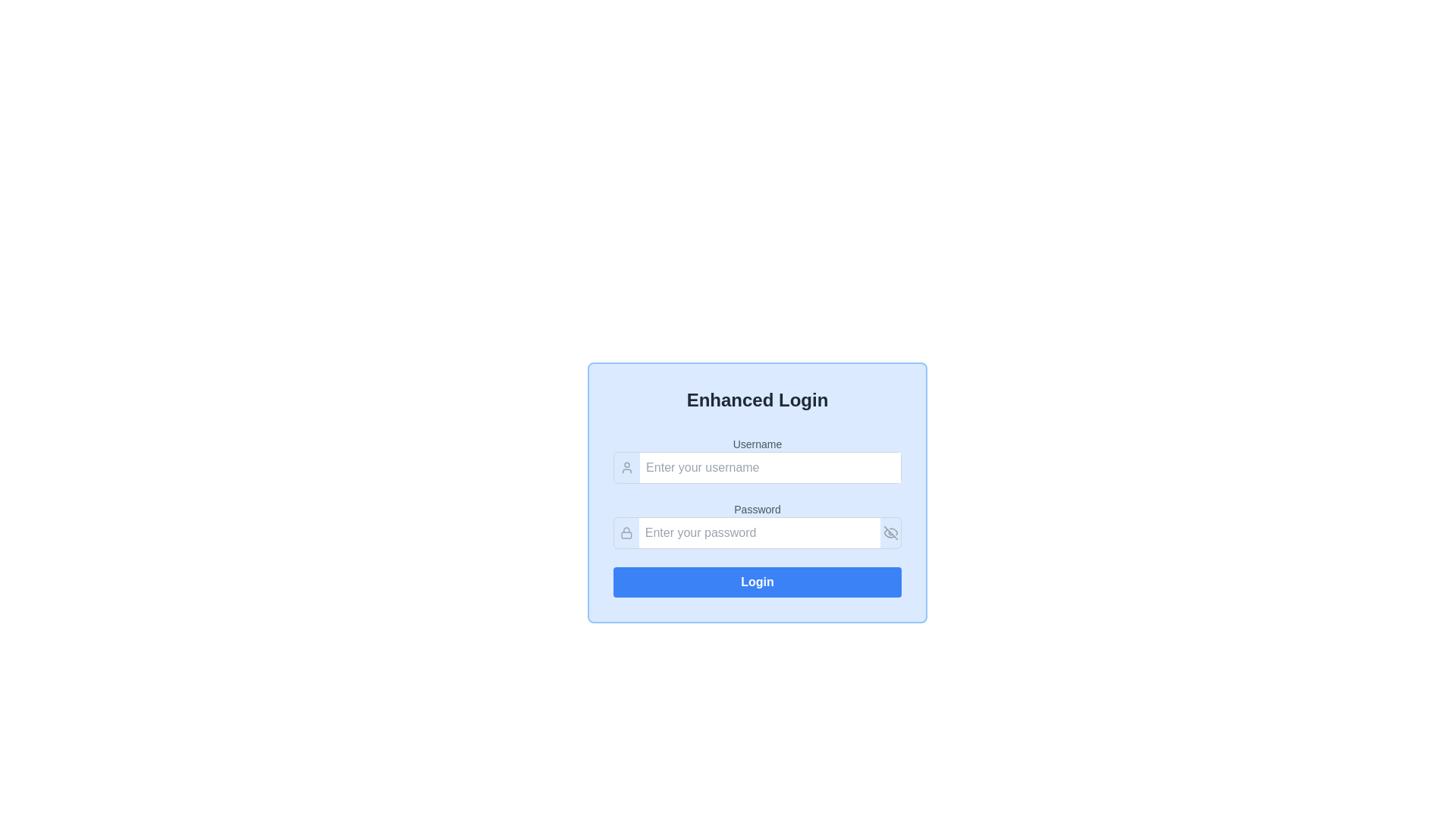  Describe the element at coordinates (890, 532) in the screenshot. I see `the diagonal line of the strikethrough icon, which obscures or hides the password in the lower-right corner of the password input field in the login form` at that location.